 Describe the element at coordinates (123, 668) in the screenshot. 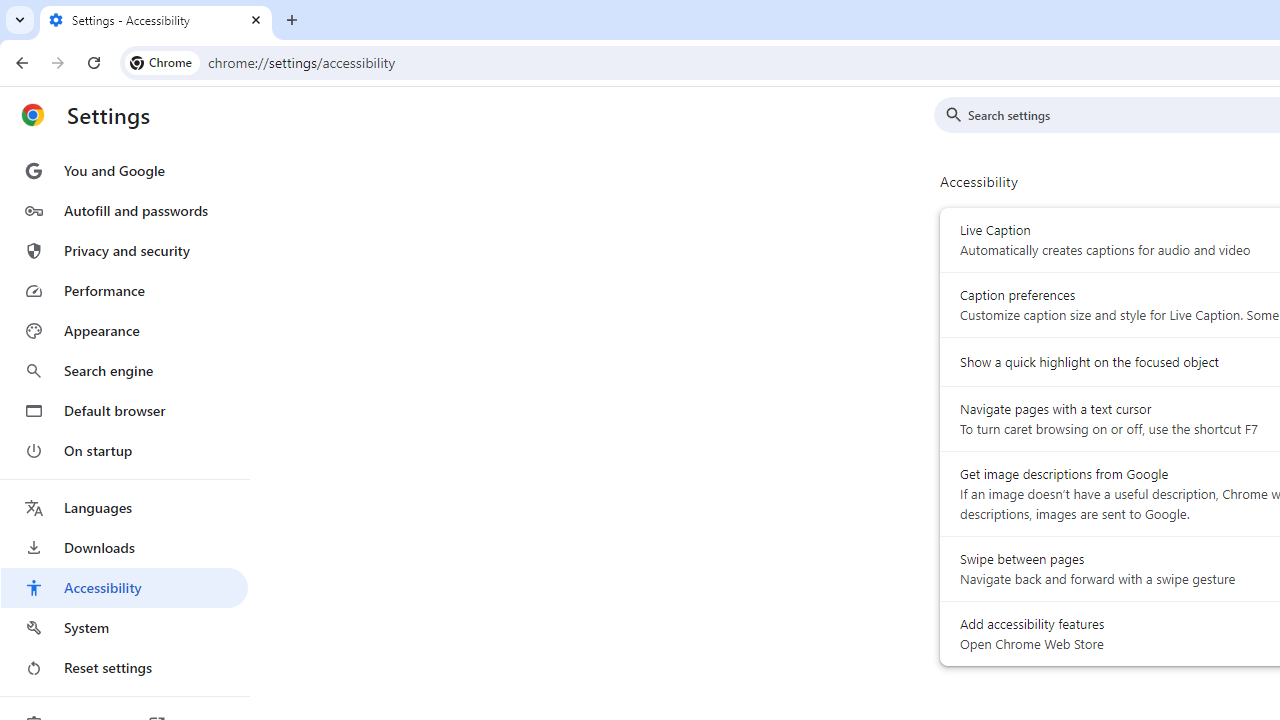

I see `'Reset settings'` at that location.